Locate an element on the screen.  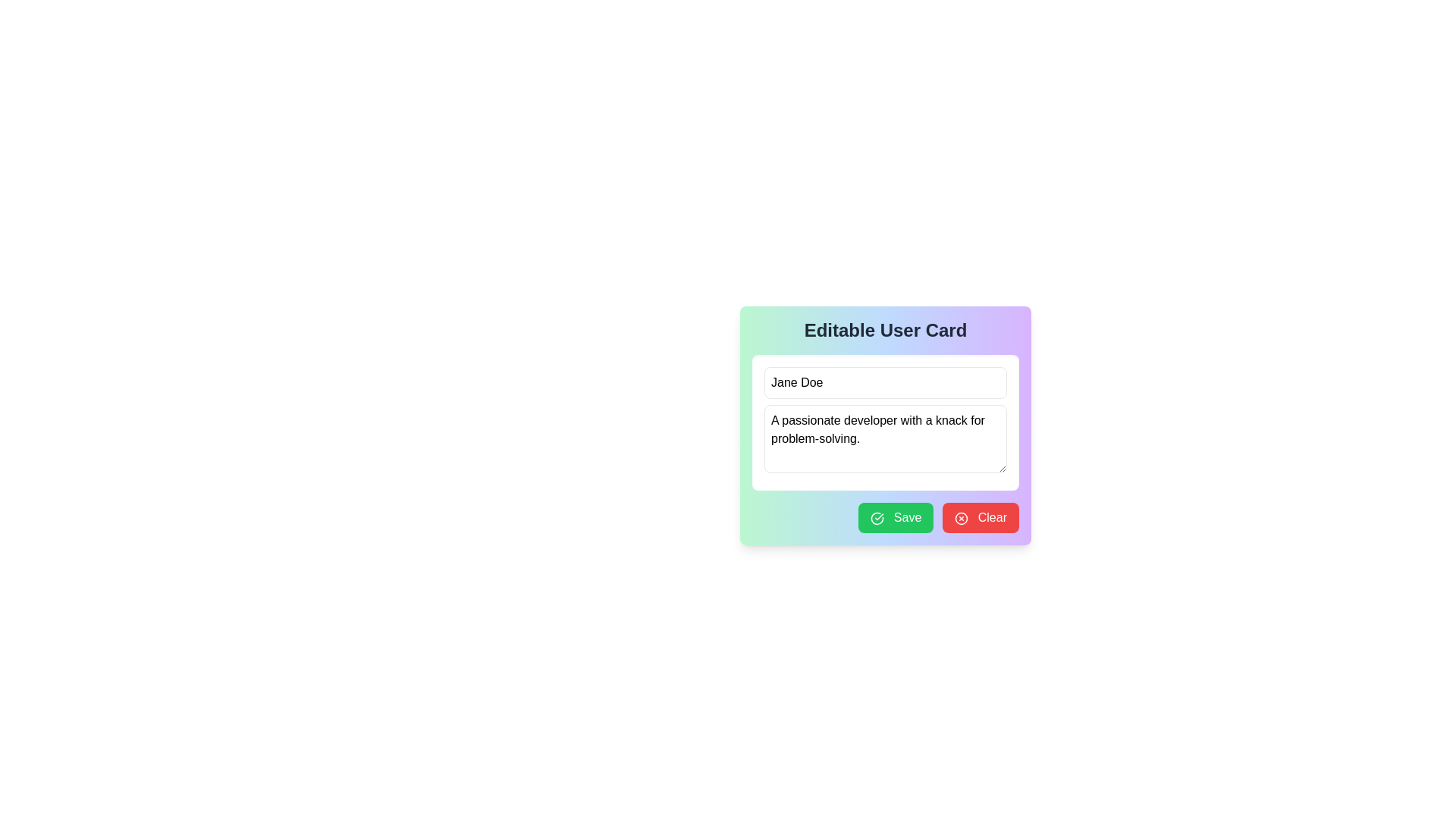
the multiline text area containing the preset text 'A passionate developer with a knack for problem-solving.' located within the 'Editable User Card' component, situated between the 'Name' input field and the 'Save' and 'Clear' buttons is located at coordinates (885, 422).